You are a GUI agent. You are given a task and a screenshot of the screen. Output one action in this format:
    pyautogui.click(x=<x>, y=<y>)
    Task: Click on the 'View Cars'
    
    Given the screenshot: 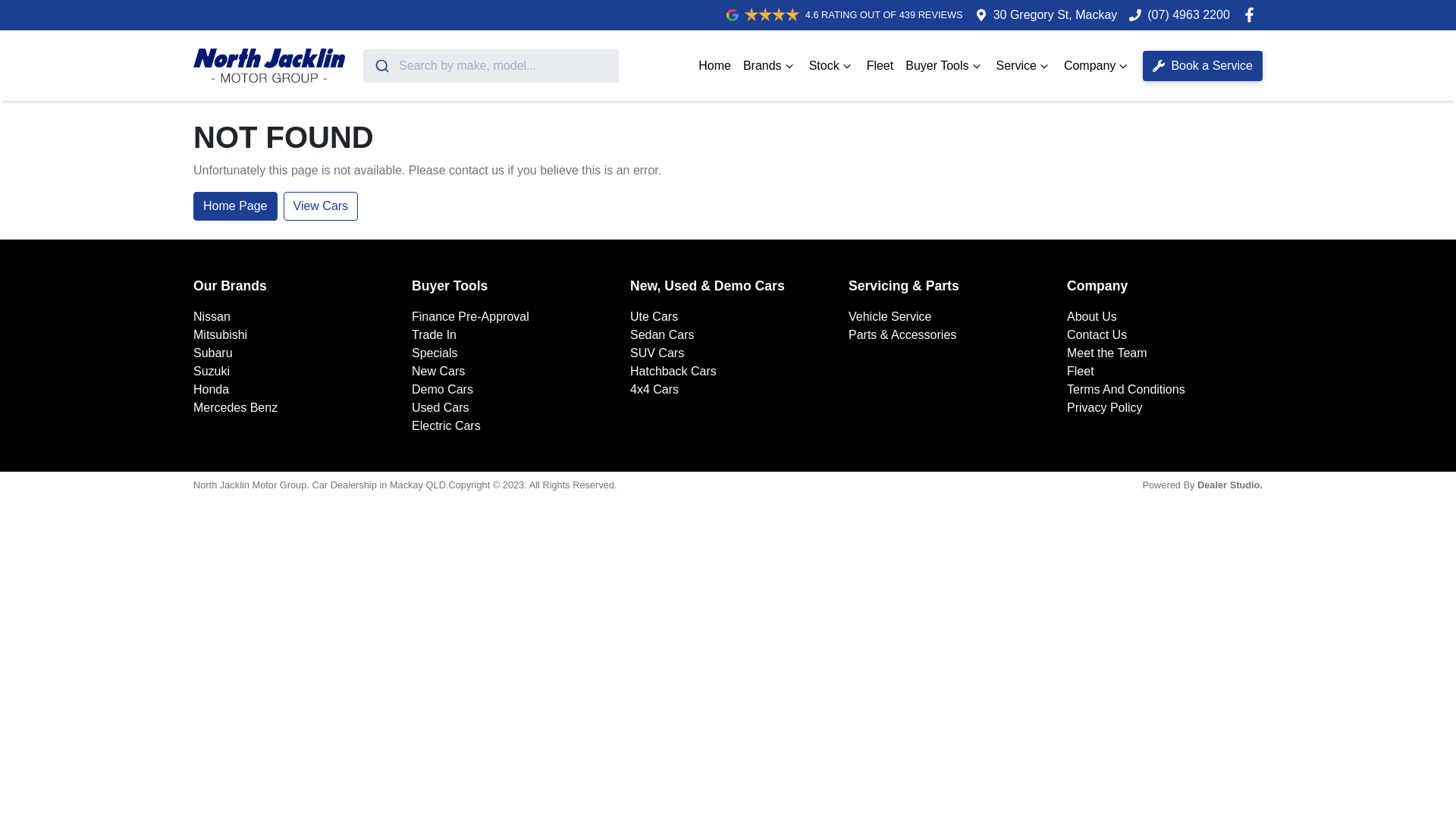 What is the action you would take?
    pyautogui.click(x=320, y=206)
    